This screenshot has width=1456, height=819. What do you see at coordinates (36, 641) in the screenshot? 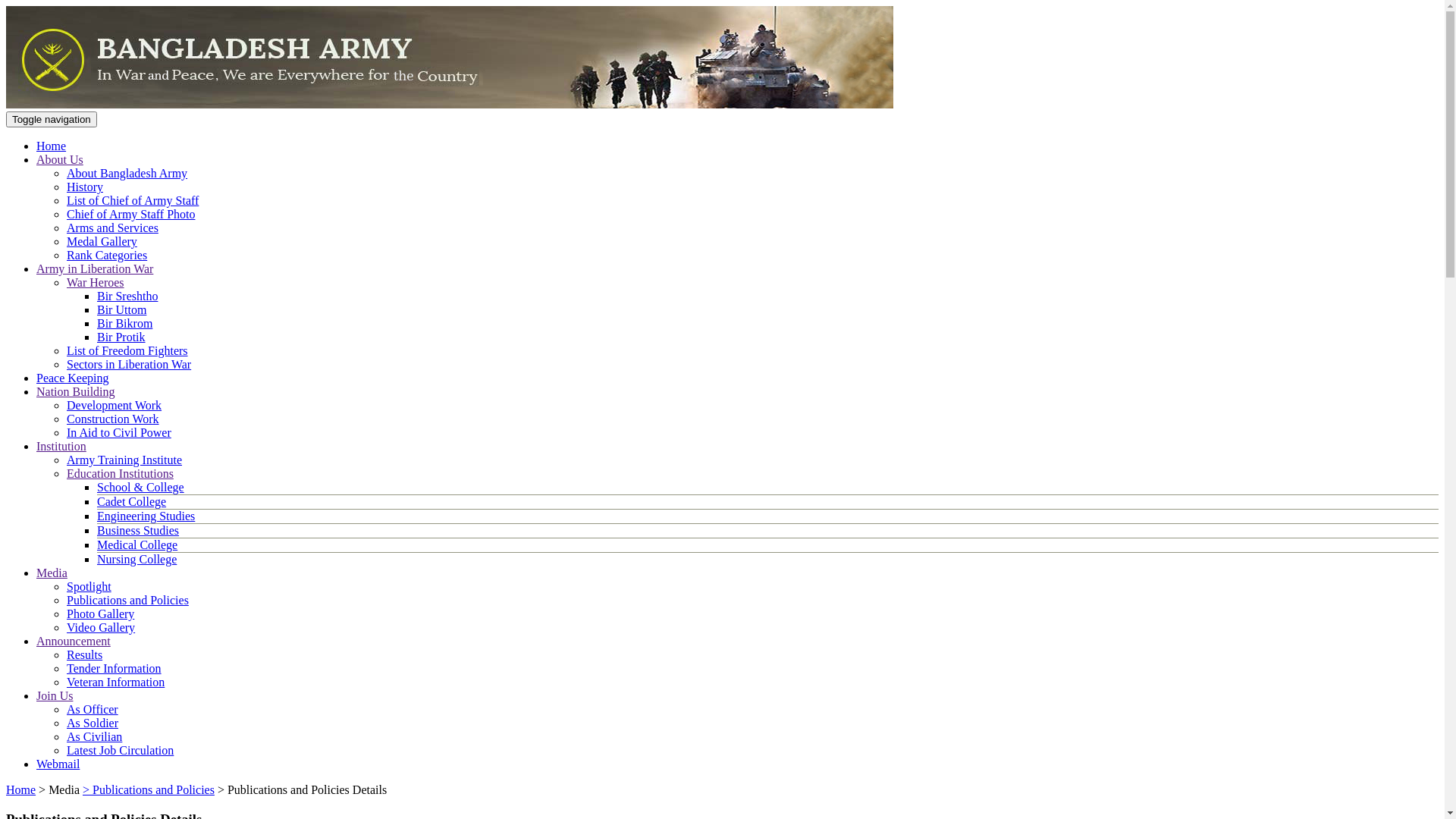
I see `'Announcement'` at bounding box center [36, 641].